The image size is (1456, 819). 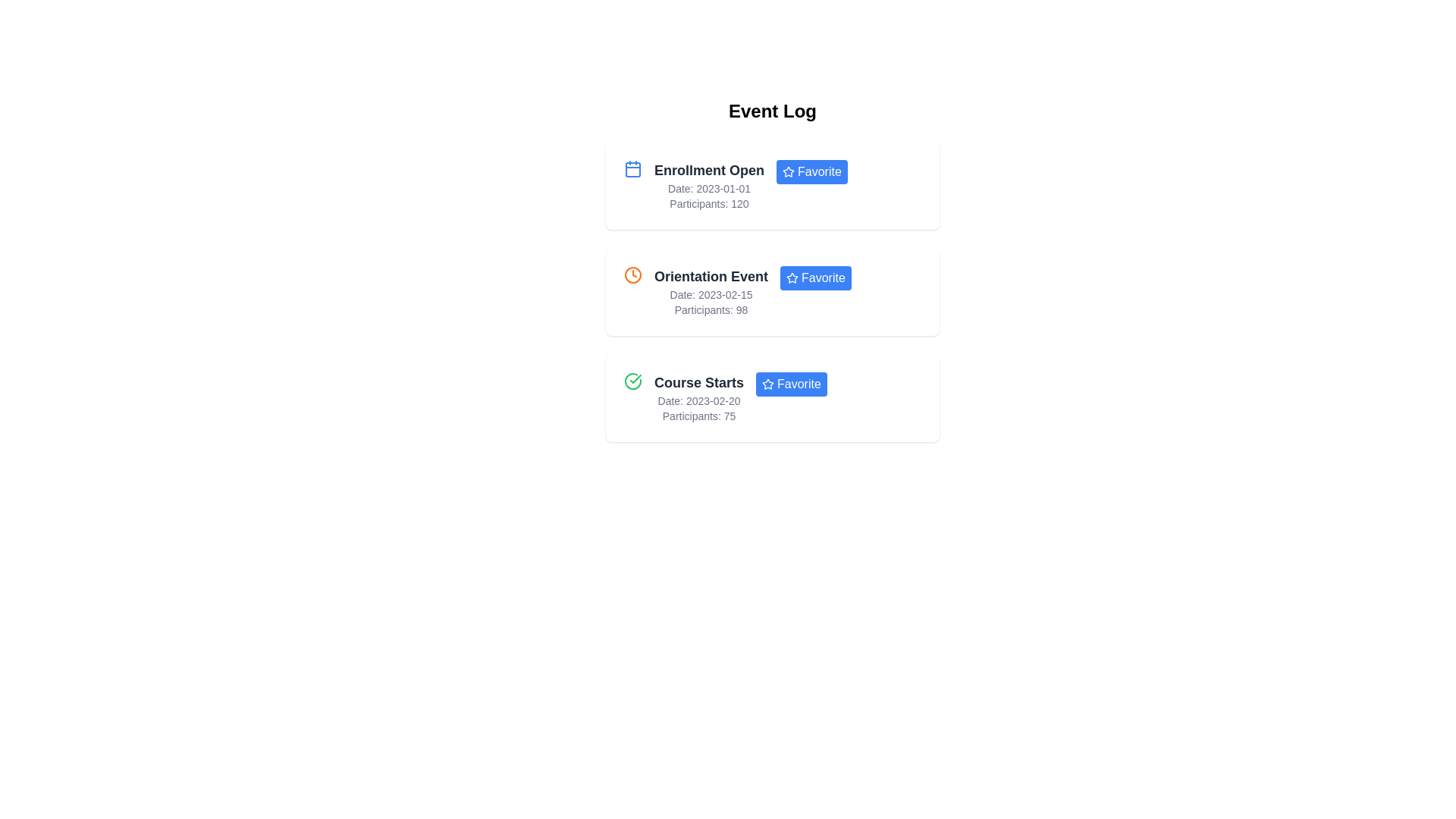 What do you see at coordinates (633, 380) in the screenshot?
I see `the circular checkmark icon with a green outline and a white interior, located to the left of the text 'Course Starts'` at bounding box center [633, 380].